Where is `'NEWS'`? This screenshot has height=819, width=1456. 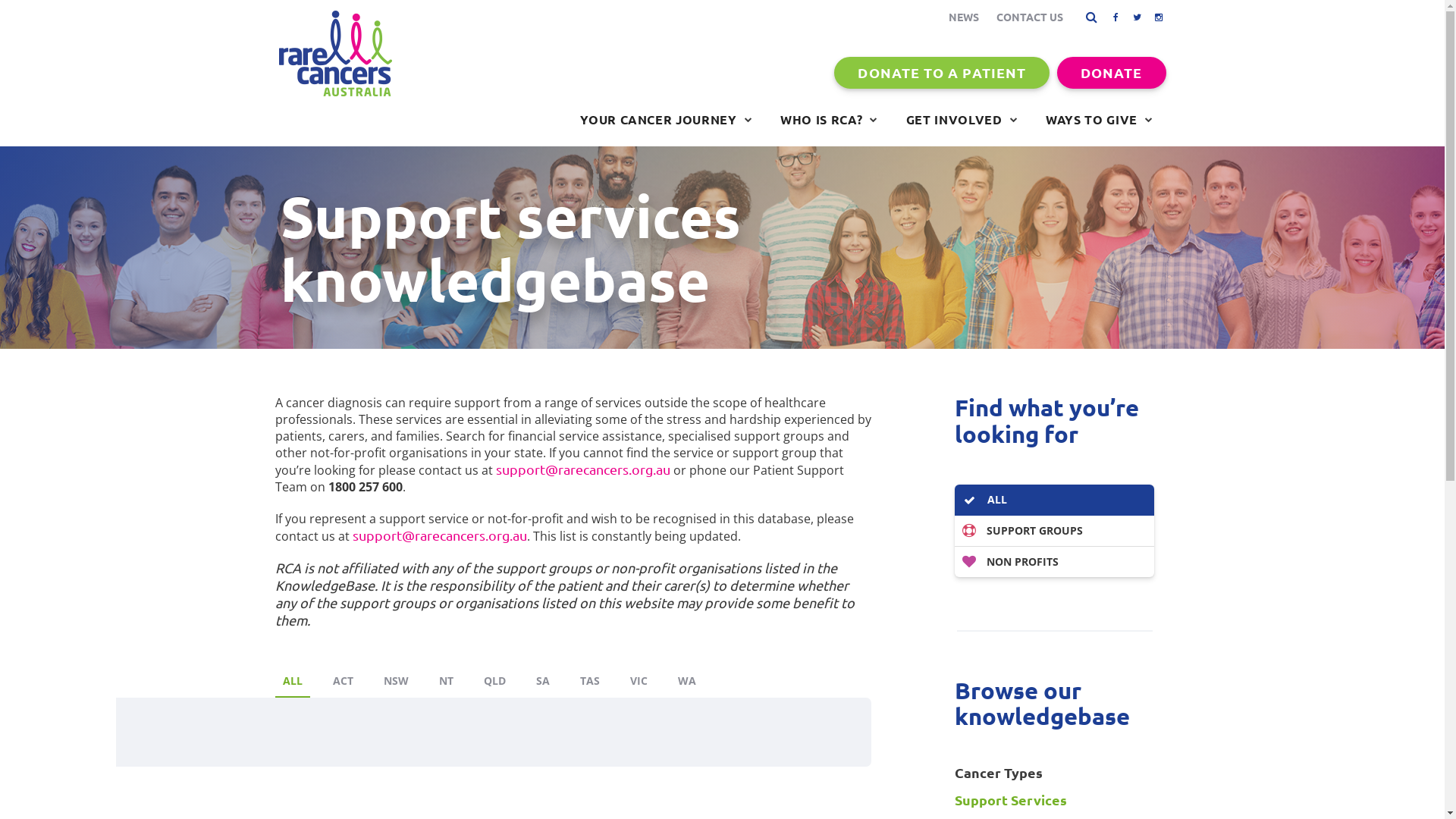 'NEWS' is located at coordinates (962, 17).